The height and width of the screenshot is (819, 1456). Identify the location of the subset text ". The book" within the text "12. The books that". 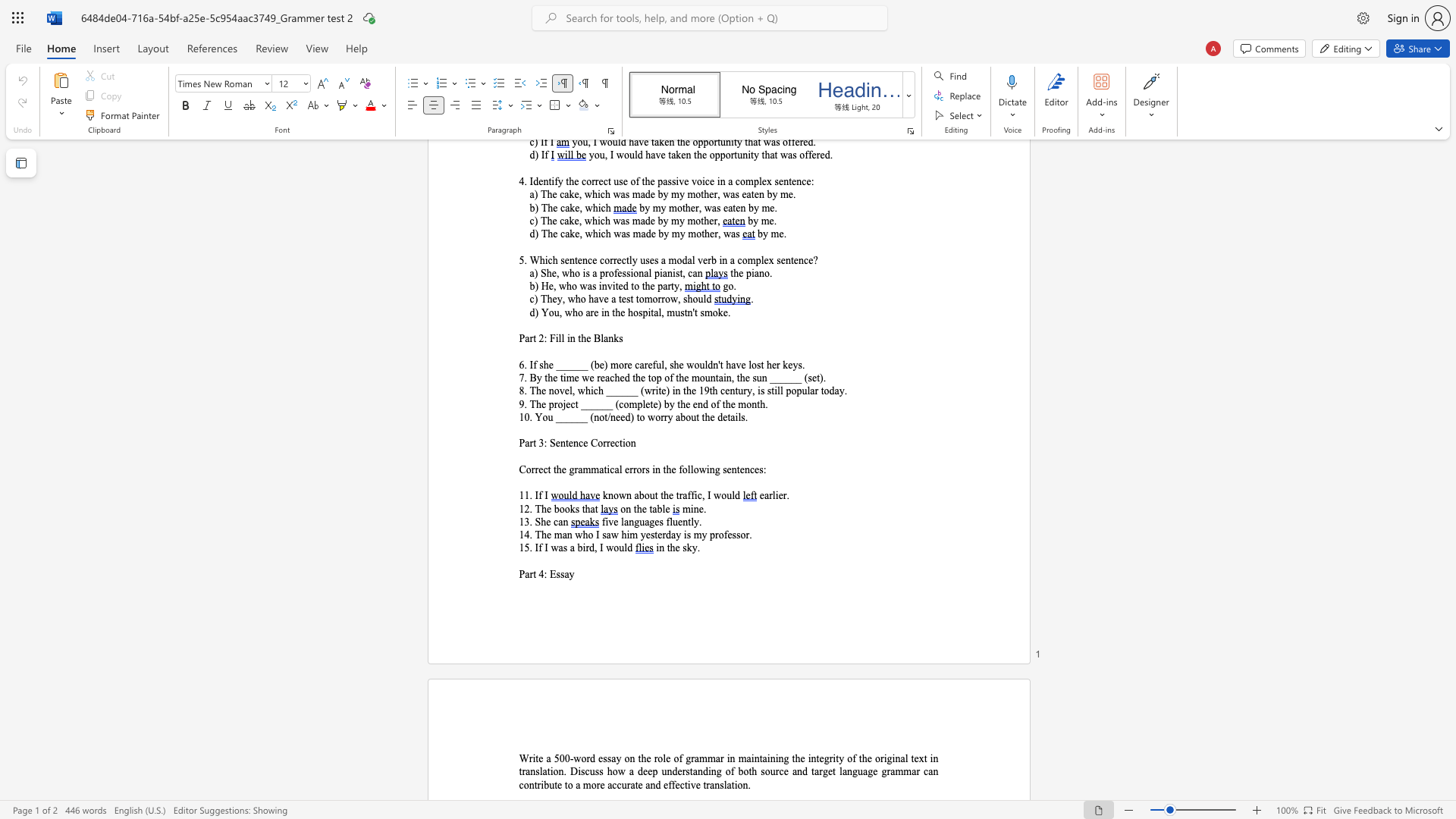
(529, 509).